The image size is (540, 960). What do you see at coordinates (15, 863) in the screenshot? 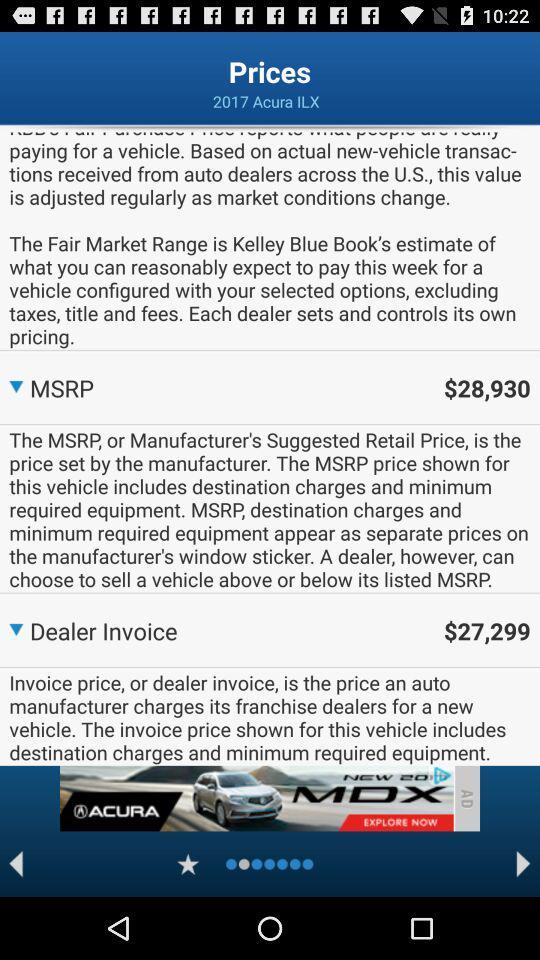
I see `go back` at bounding box center [15, 863].